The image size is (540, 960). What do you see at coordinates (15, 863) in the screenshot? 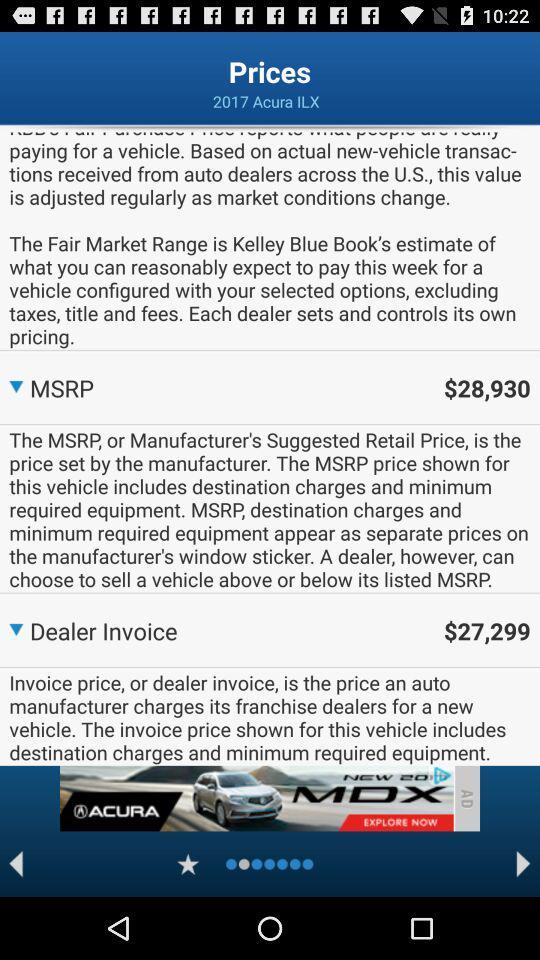
I see `go back` at bounding box center [15, 863].